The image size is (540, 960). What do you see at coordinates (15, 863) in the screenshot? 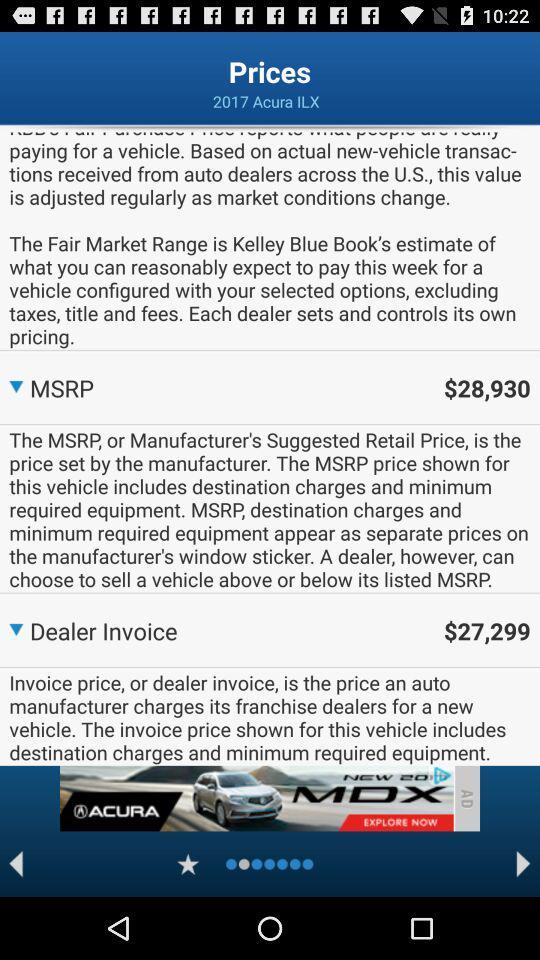
I see `go back` at bounding box center [15, 863].